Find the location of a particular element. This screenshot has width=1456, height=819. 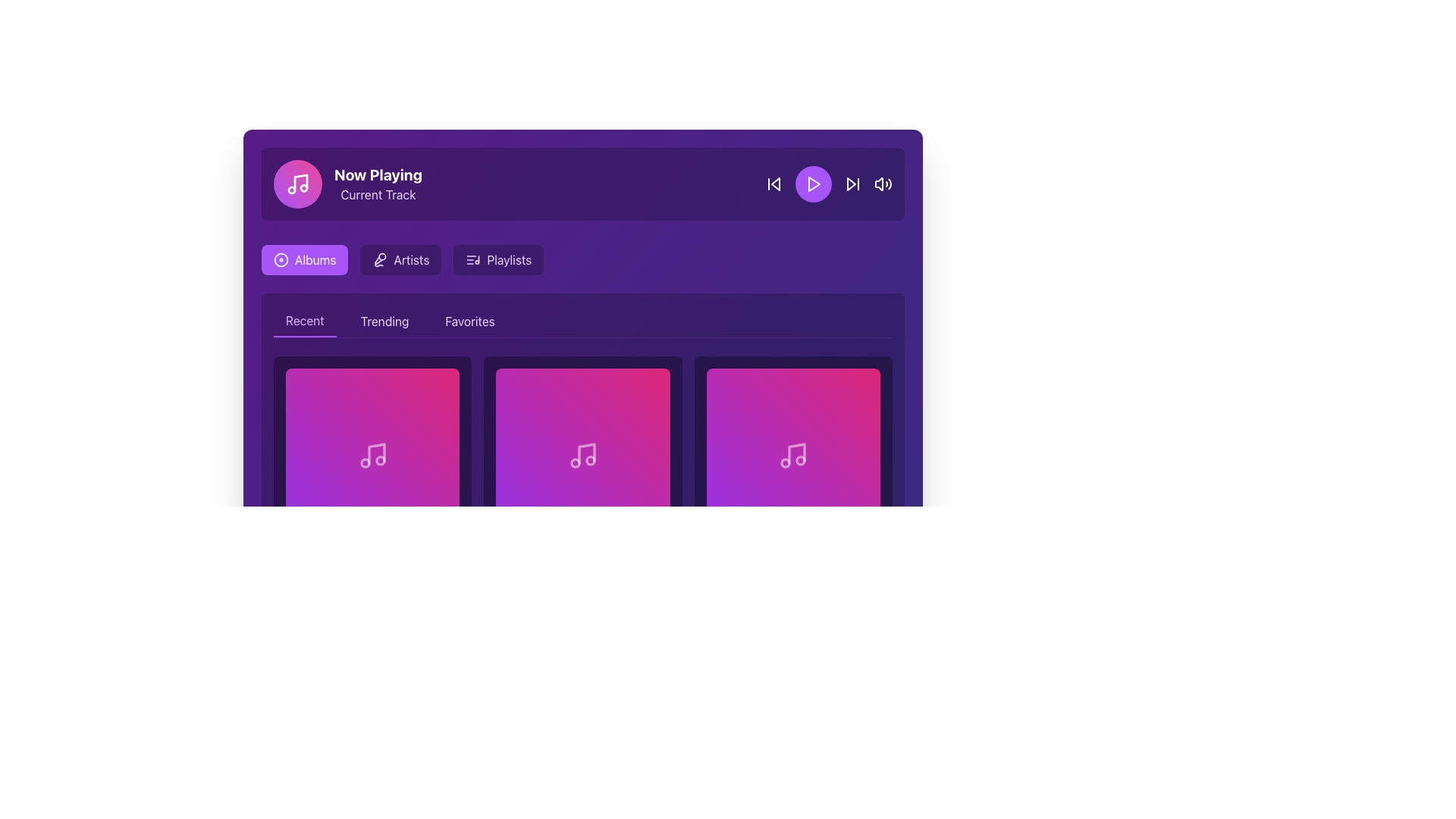

the music-related icon located at the center of a square card-shaped component in the main content area of the music application is located at coordinates (582, 454).